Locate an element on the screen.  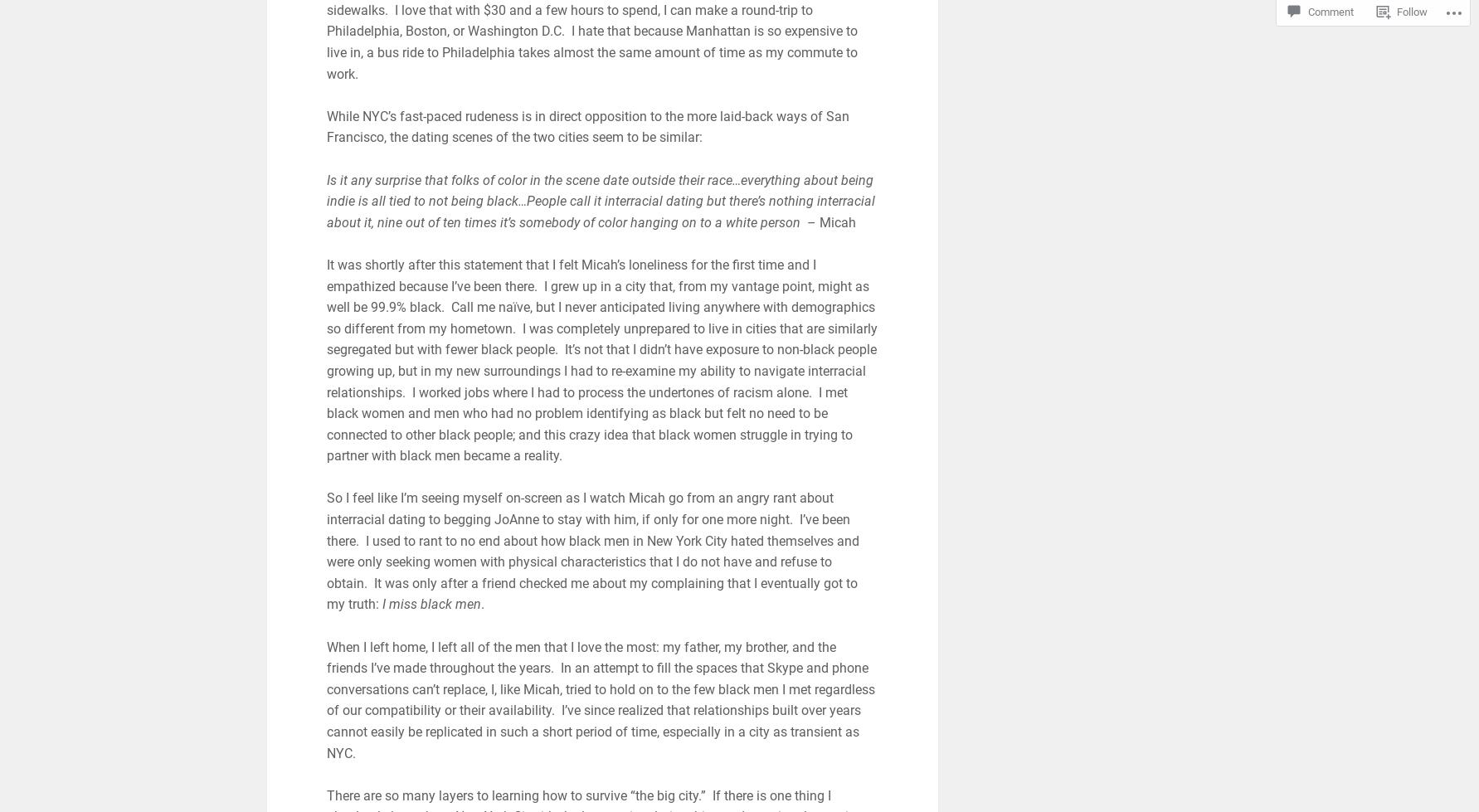
'When I left home, I left all of the men that I love the most: my father, my brother, and the friends I’ve made throughout the years.  In an attempt to fill the spaces that Skype and phone conversations can’t replace, I, like Micah, tried to hold on to the few black men I met regardless of our compatibility or their availability.  I’ve since realized that relationships built over years cannot easily be replicated in such a short period of time, especially in a city as transient as NYC.' is located at coordinates (599, 698).